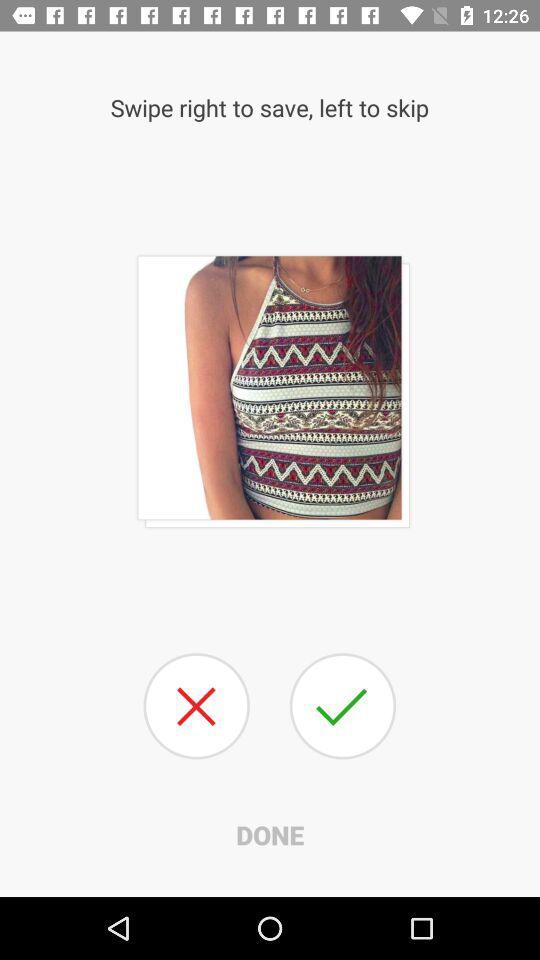 Image resolution: width=540 pixels, height=960 pixels. I want to click on the check icon, so click(341, 706).